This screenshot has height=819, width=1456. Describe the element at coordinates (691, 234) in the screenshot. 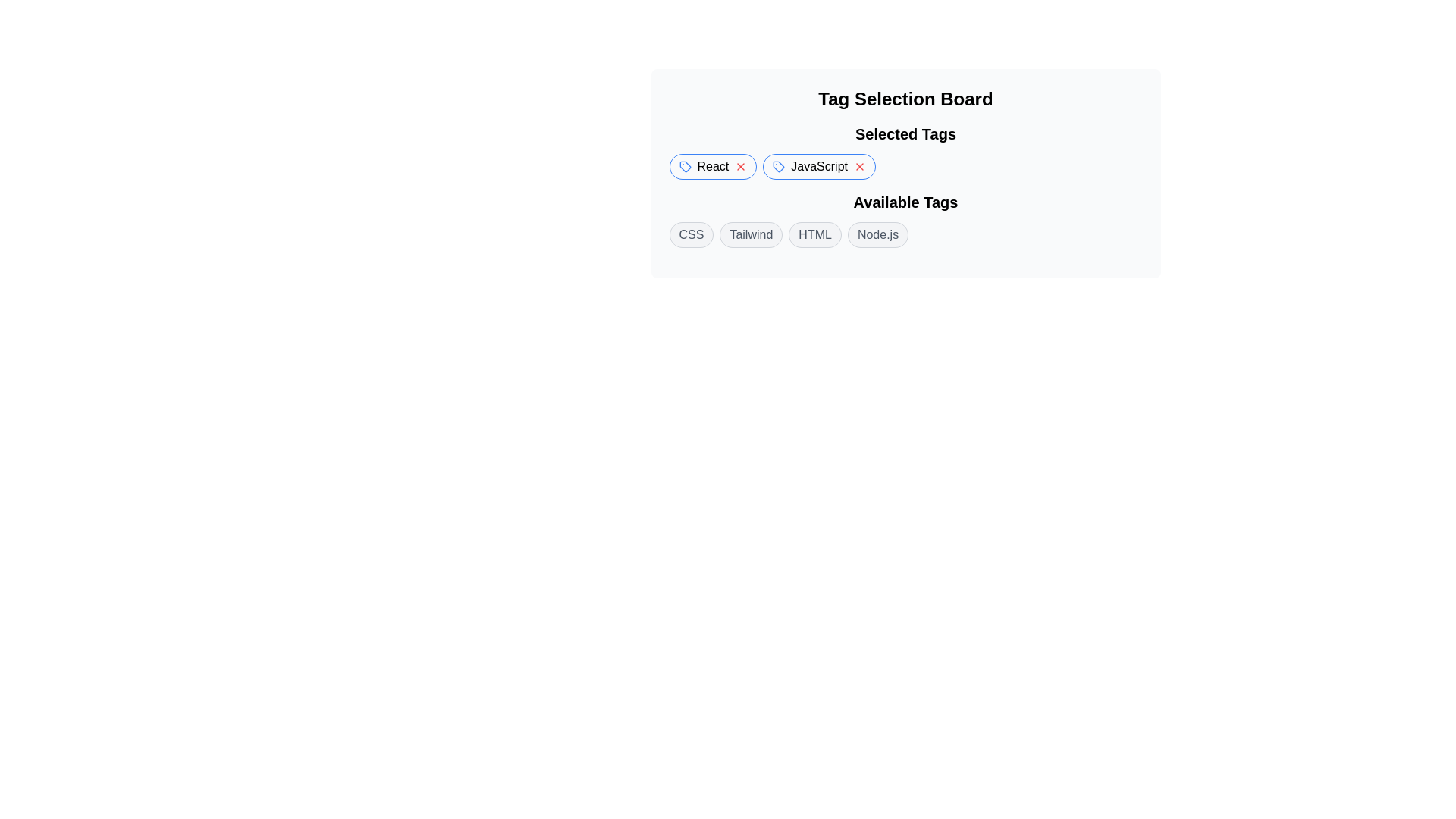

I see `the pill-shaped button labeled 'CSS' with a soft gray background and dark gray text, located in the 'Available Tags' section as the first button in a row of four` at that location.